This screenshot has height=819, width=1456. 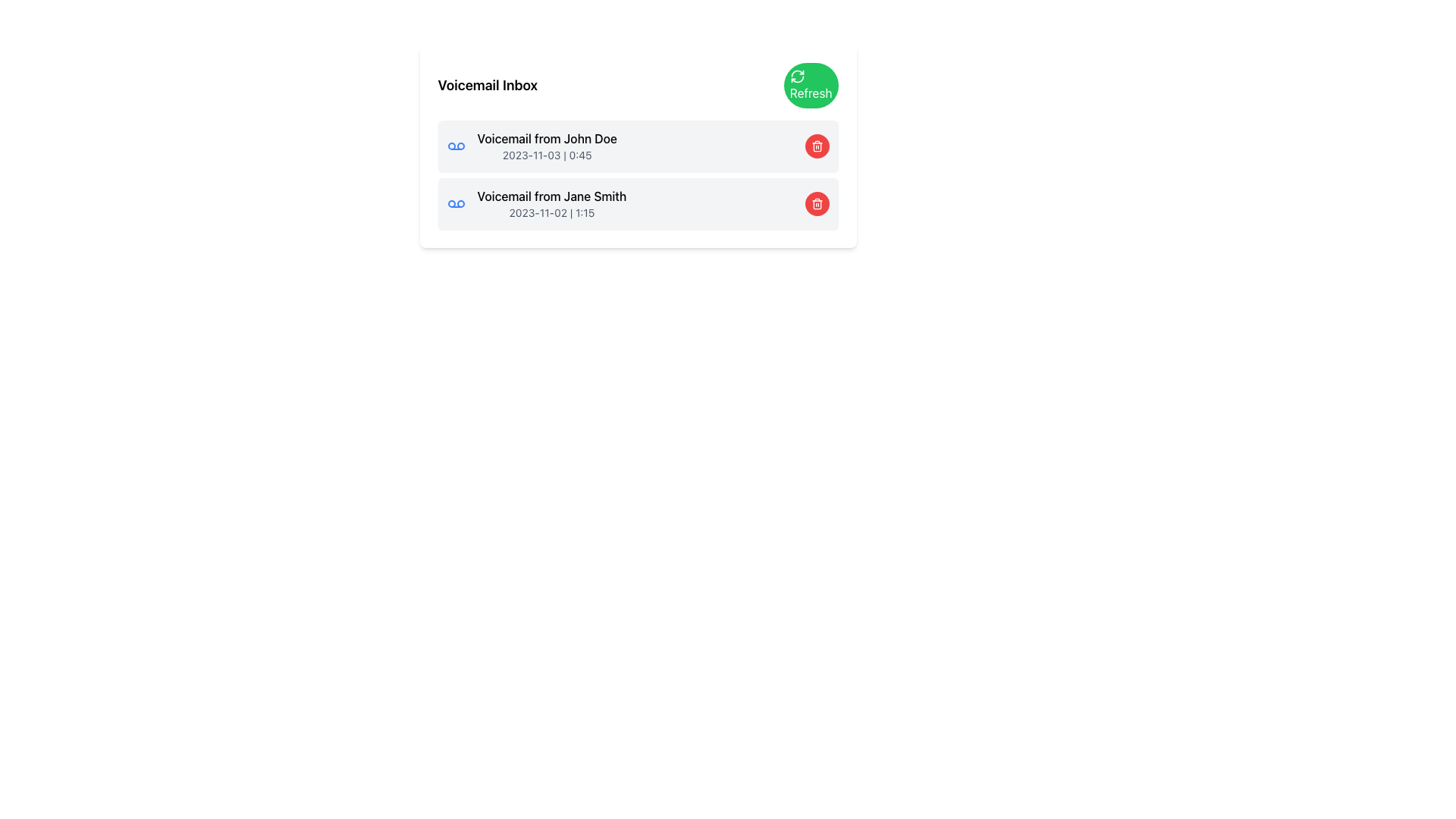 What do you see at coordinates (546, 155) in the screenshot?
I see `the timestamp text label that displays when the voicemail was received, located below the sender's name 'Voicemail from John Doe' in the 'Voicemail Inbox'` at bounding box center [546, 155].